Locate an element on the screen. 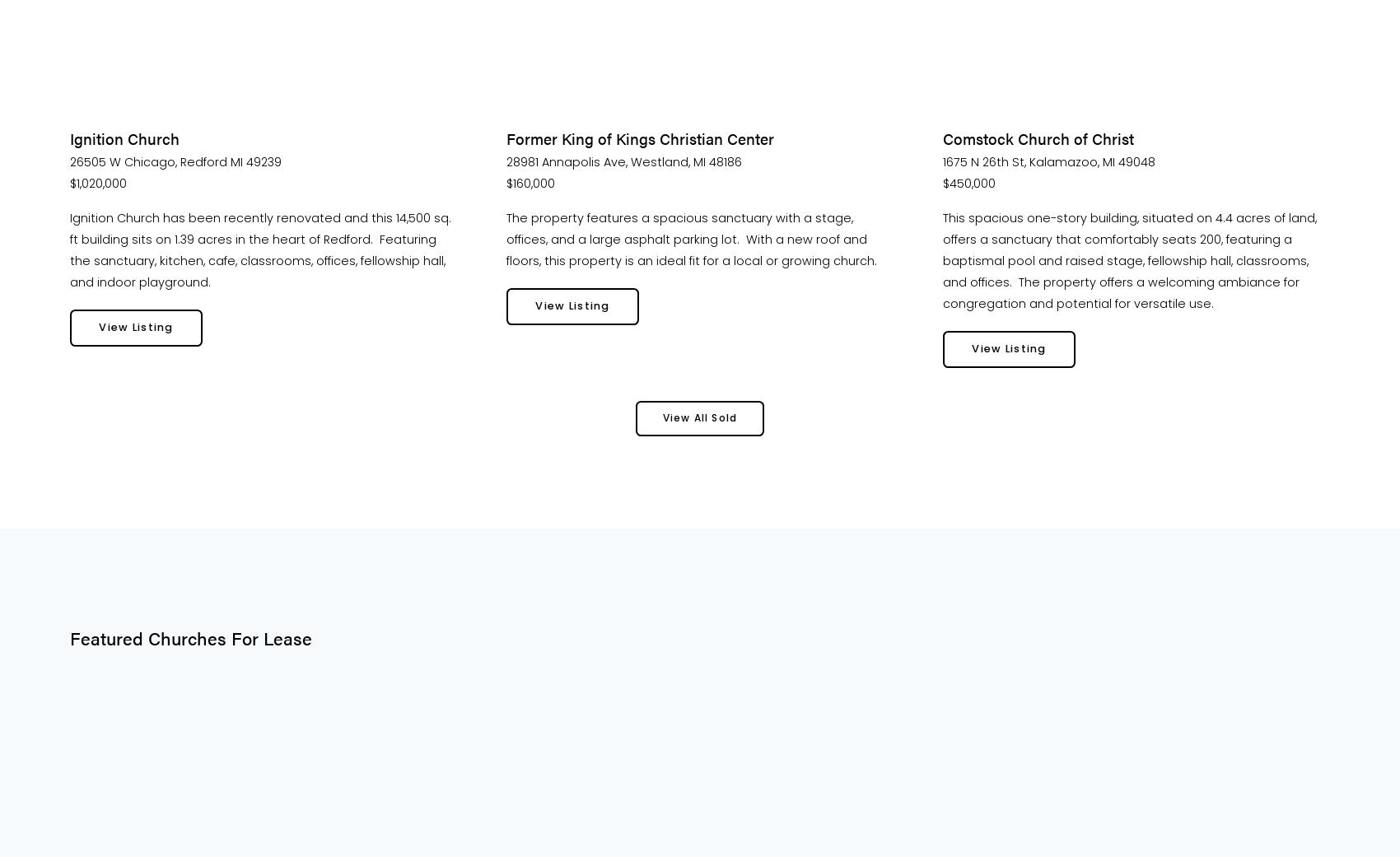 The width and height of the screenshot is (1400, 857). '$160,000' is located at coordinates (530, 182).